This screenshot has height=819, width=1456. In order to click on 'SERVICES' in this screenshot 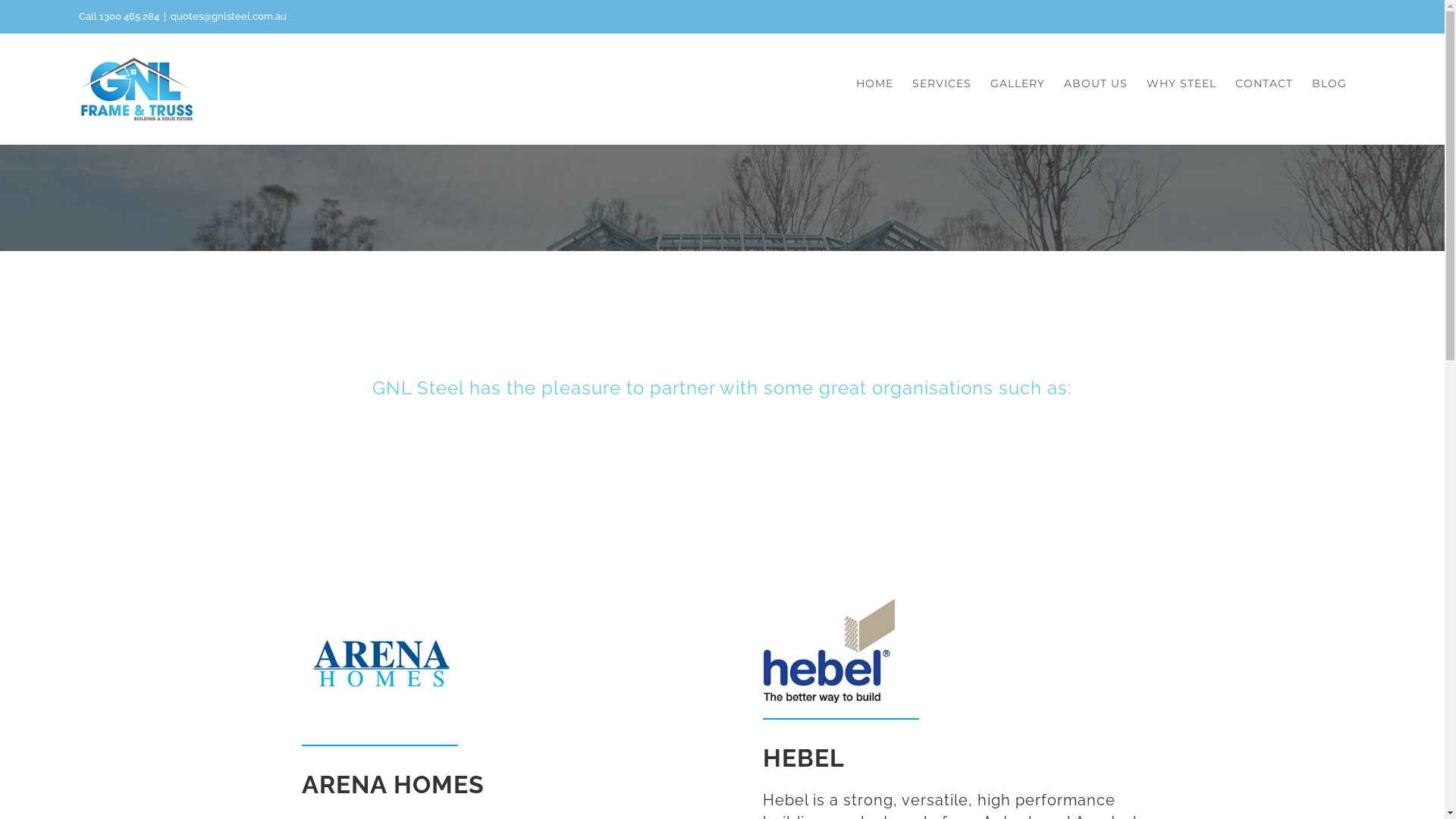, I will do `click(941, 83)`.